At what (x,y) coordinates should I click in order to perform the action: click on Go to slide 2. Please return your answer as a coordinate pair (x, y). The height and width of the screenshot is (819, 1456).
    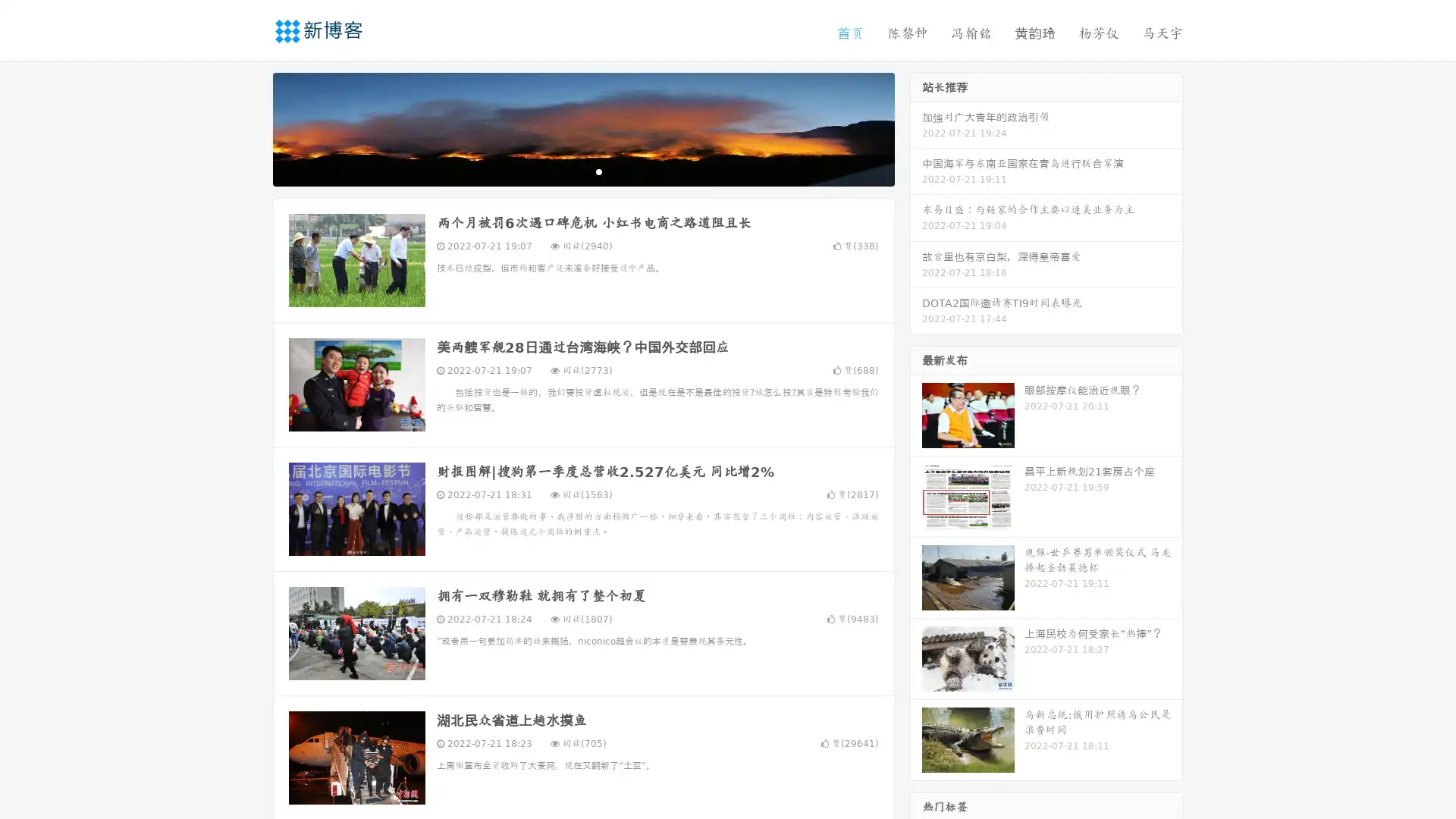
    Looking at the image, I should click on (582, 171).